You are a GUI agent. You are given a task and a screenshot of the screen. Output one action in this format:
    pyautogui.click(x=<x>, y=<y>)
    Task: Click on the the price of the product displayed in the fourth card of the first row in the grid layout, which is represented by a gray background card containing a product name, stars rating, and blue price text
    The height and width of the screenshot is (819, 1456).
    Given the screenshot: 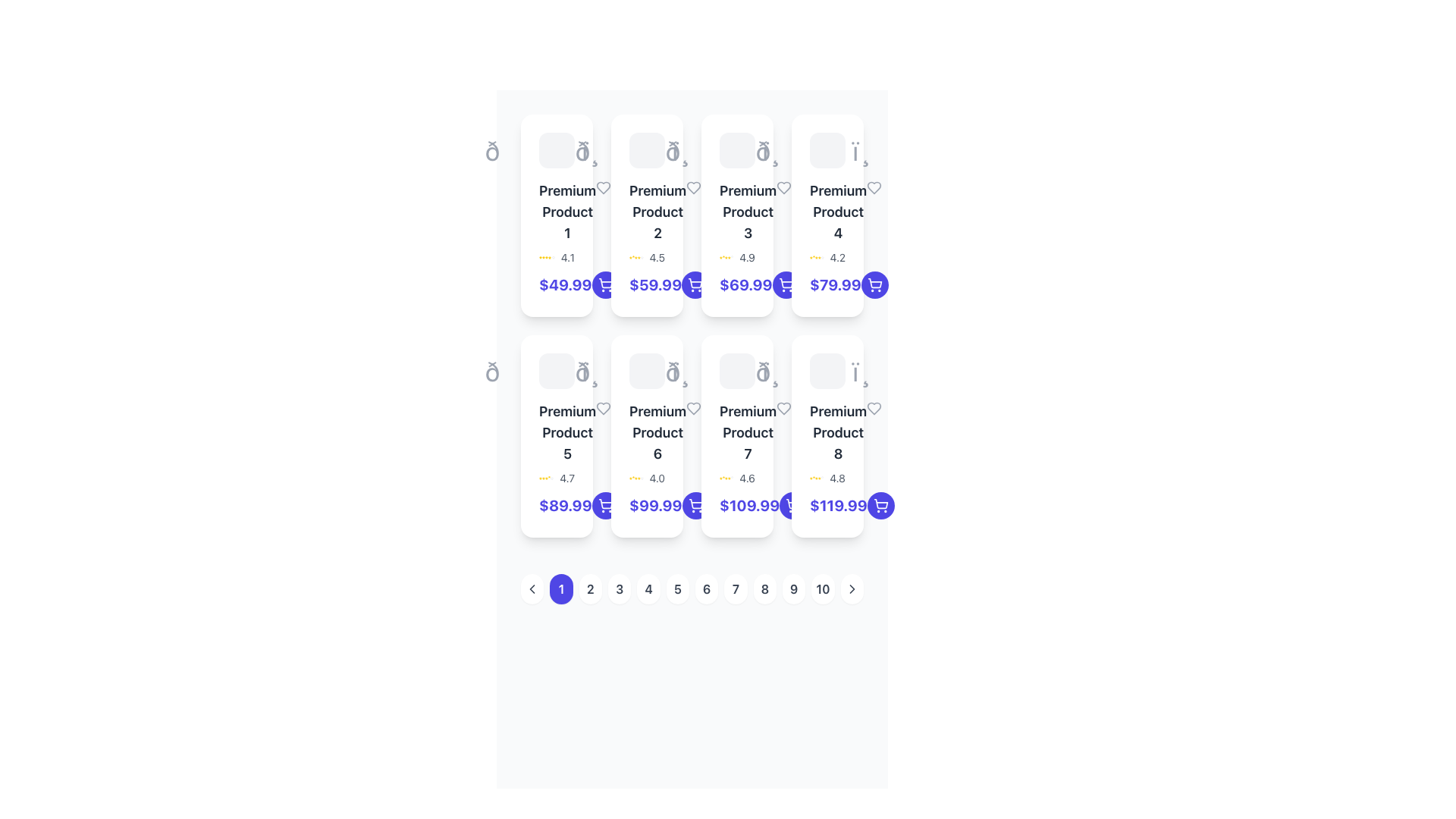 What is the action you would take?
    pyautogui.click(x=827, y=215)
    